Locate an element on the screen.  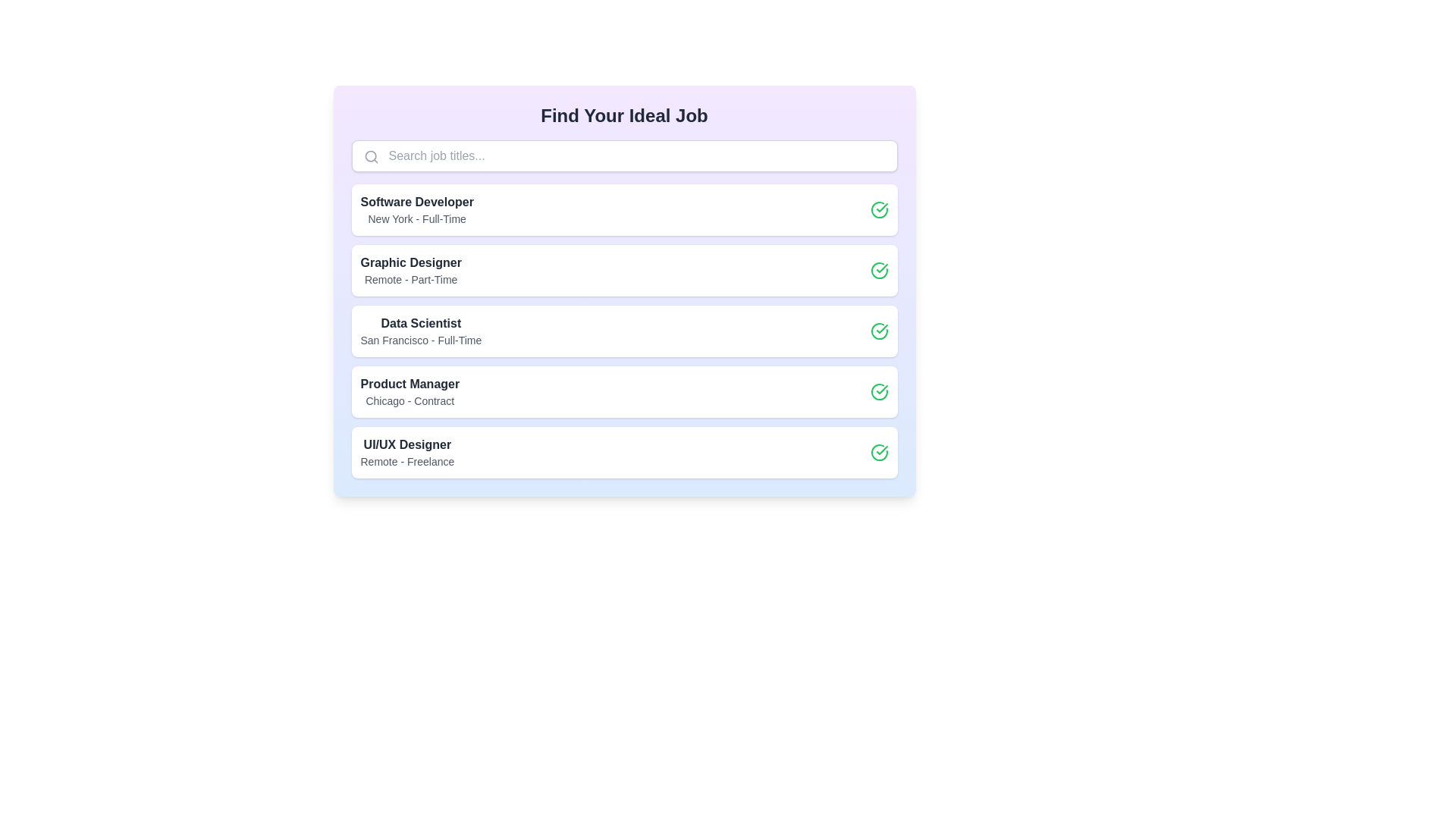
the text label representing the job title 'Product Manager' located in the third entry of the job board interface is located at coordinates (409, 383).